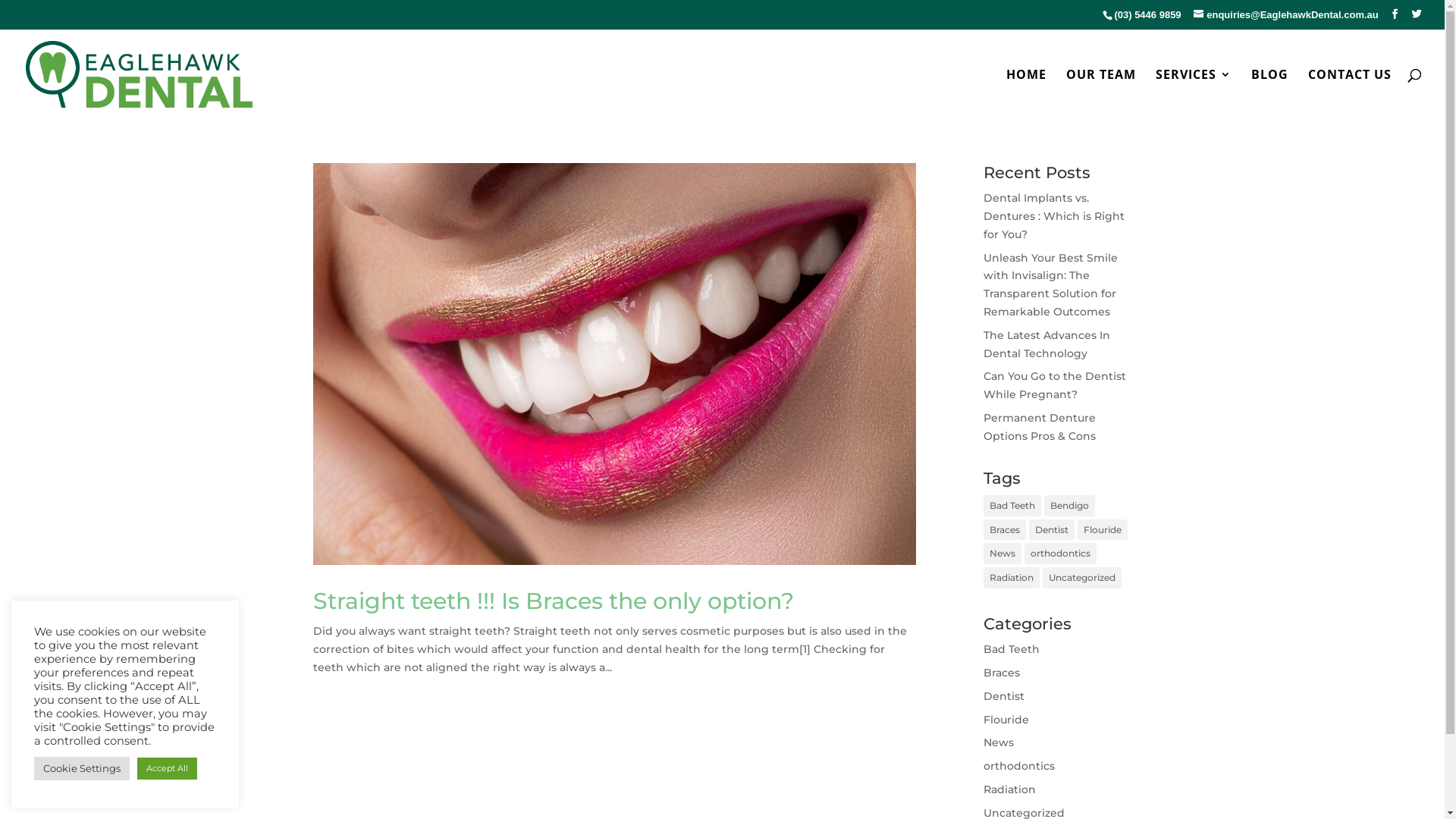 The width and height of the screenshot is (1456, 819). Describe the element at coordinates (1100, 93) in the screenshot. I see `'OUR TEAM'` at that location.